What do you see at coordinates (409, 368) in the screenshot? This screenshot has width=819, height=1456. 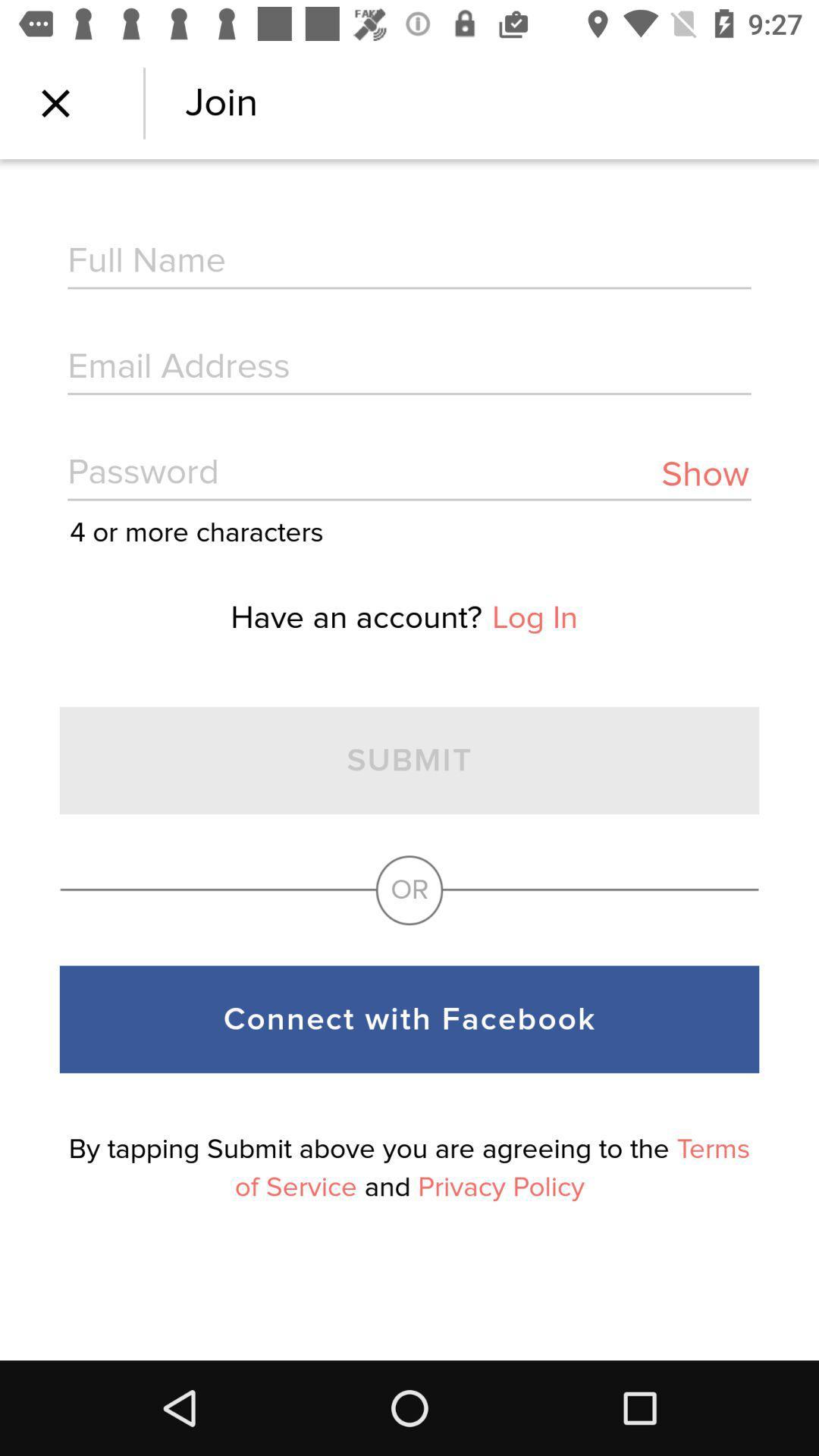 I see `the email address` at bounding box center [409, 368].